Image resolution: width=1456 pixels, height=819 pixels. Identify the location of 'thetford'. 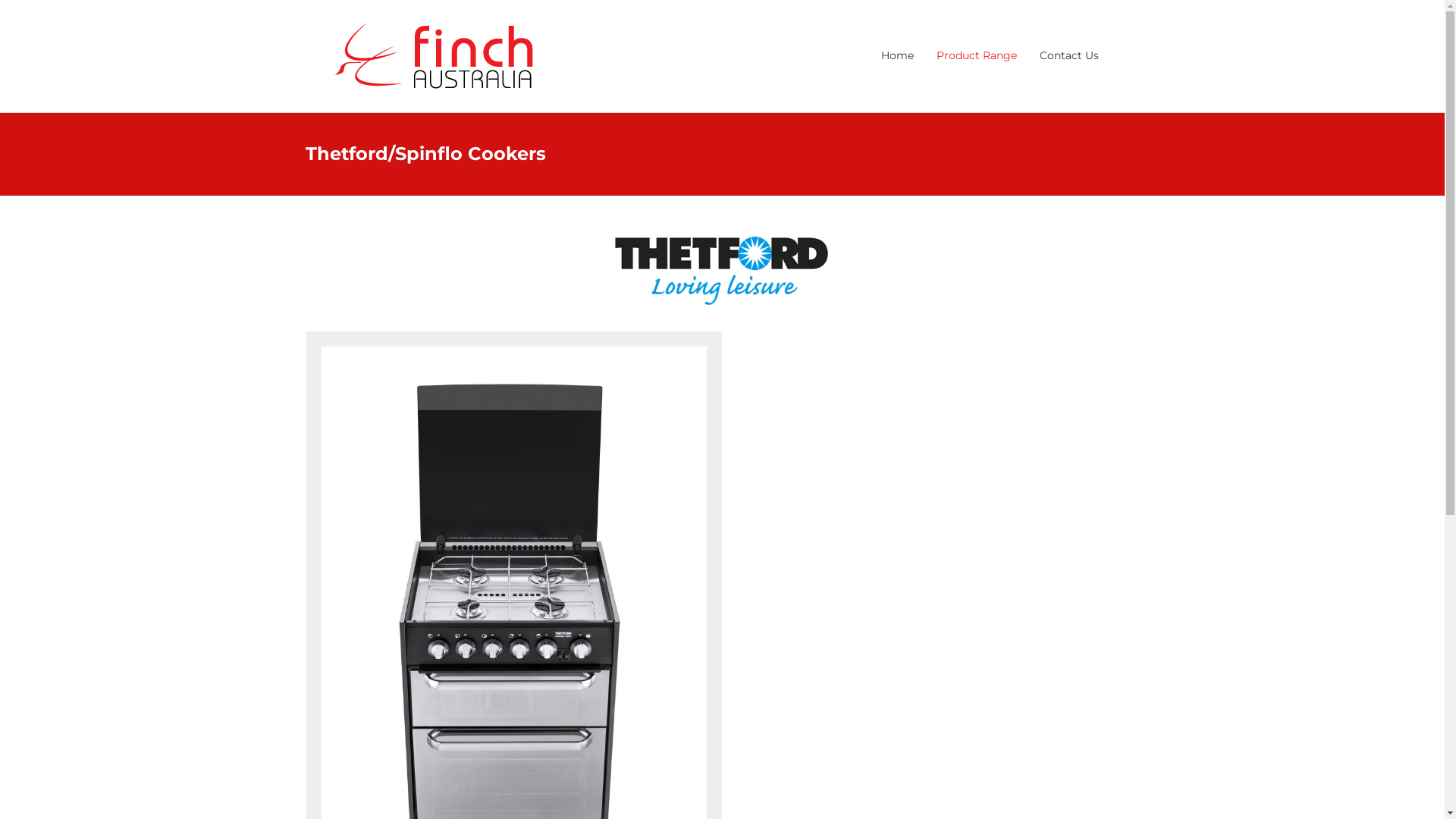
(720, 270).